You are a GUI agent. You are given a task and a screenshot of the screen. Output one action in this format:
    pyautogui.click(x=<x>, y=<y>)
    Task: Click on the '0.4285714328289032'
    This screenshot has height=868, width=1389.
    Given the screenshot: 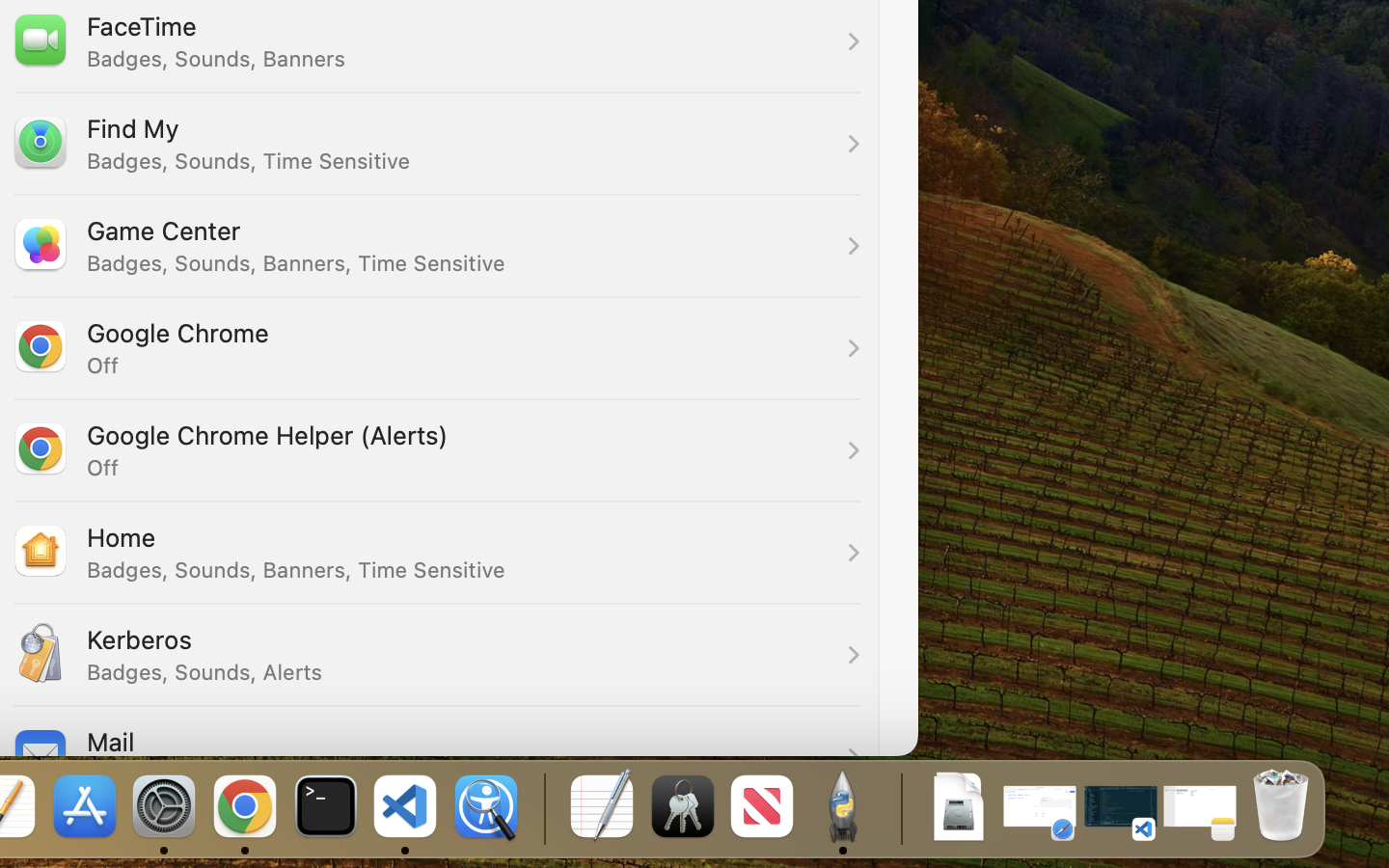 What is the action you would take?
    pyautogui.click(x=542, y=807)
    